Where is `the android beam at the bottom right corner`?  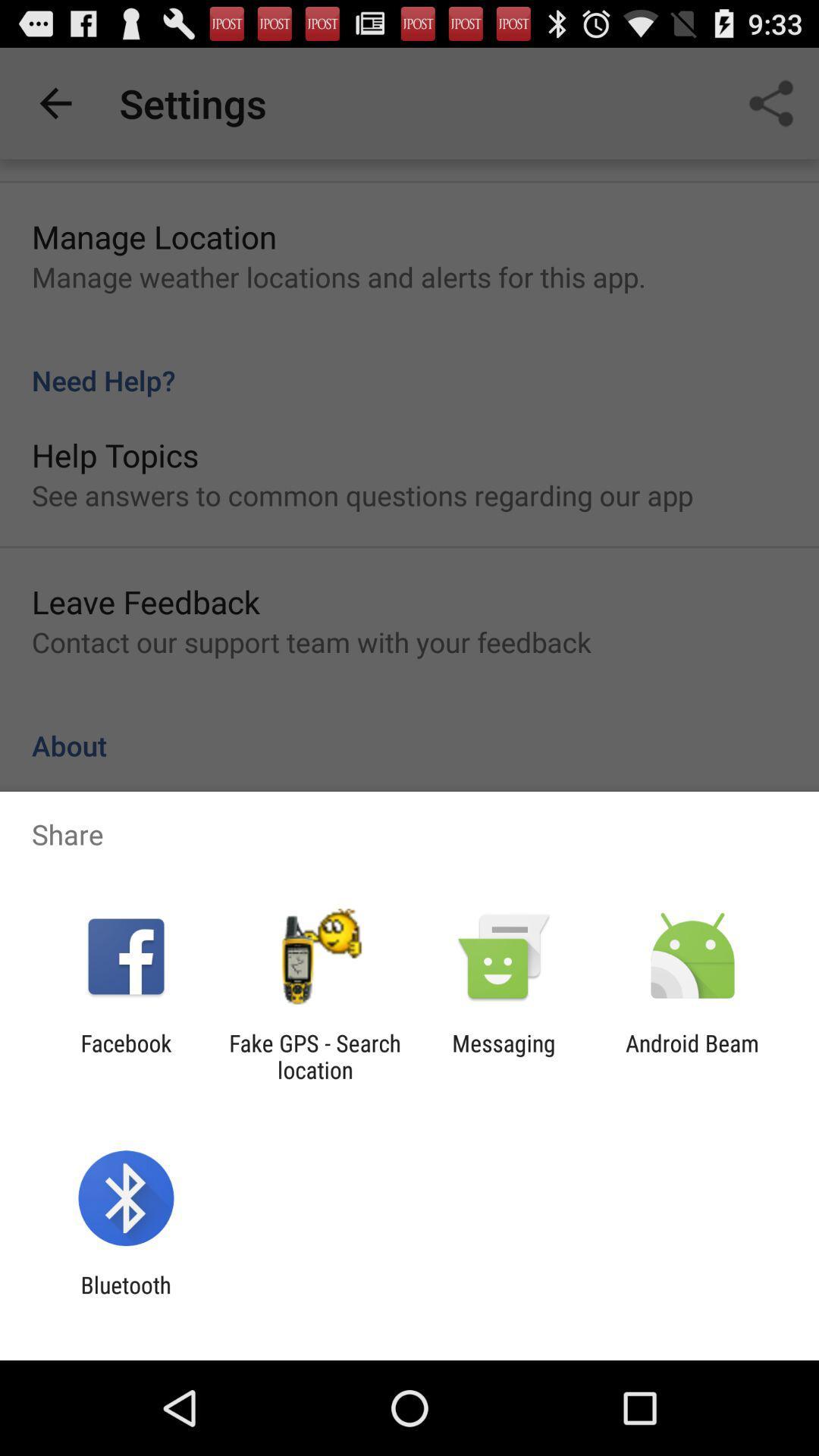
the android beam at the bottom right corner is located at coordinates (692, 1056).